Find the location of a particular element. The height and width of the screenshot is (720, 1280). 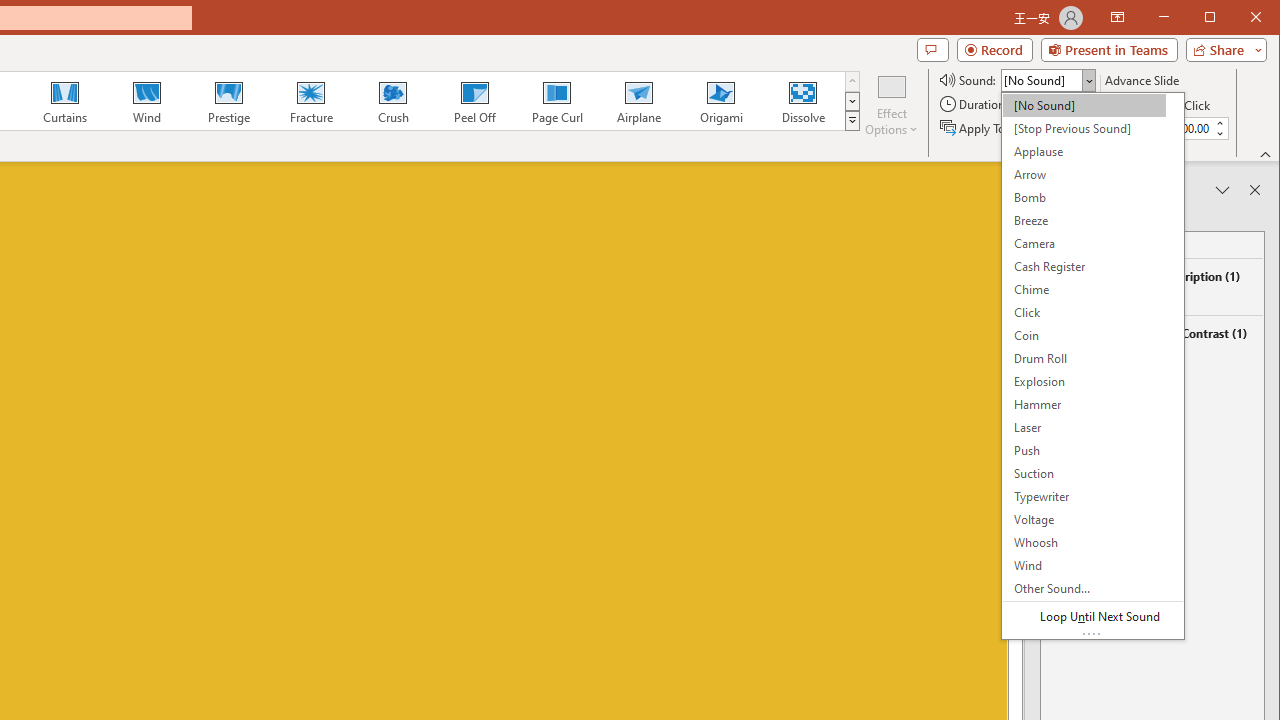

'Row up' is located at coordinates (852, 80).